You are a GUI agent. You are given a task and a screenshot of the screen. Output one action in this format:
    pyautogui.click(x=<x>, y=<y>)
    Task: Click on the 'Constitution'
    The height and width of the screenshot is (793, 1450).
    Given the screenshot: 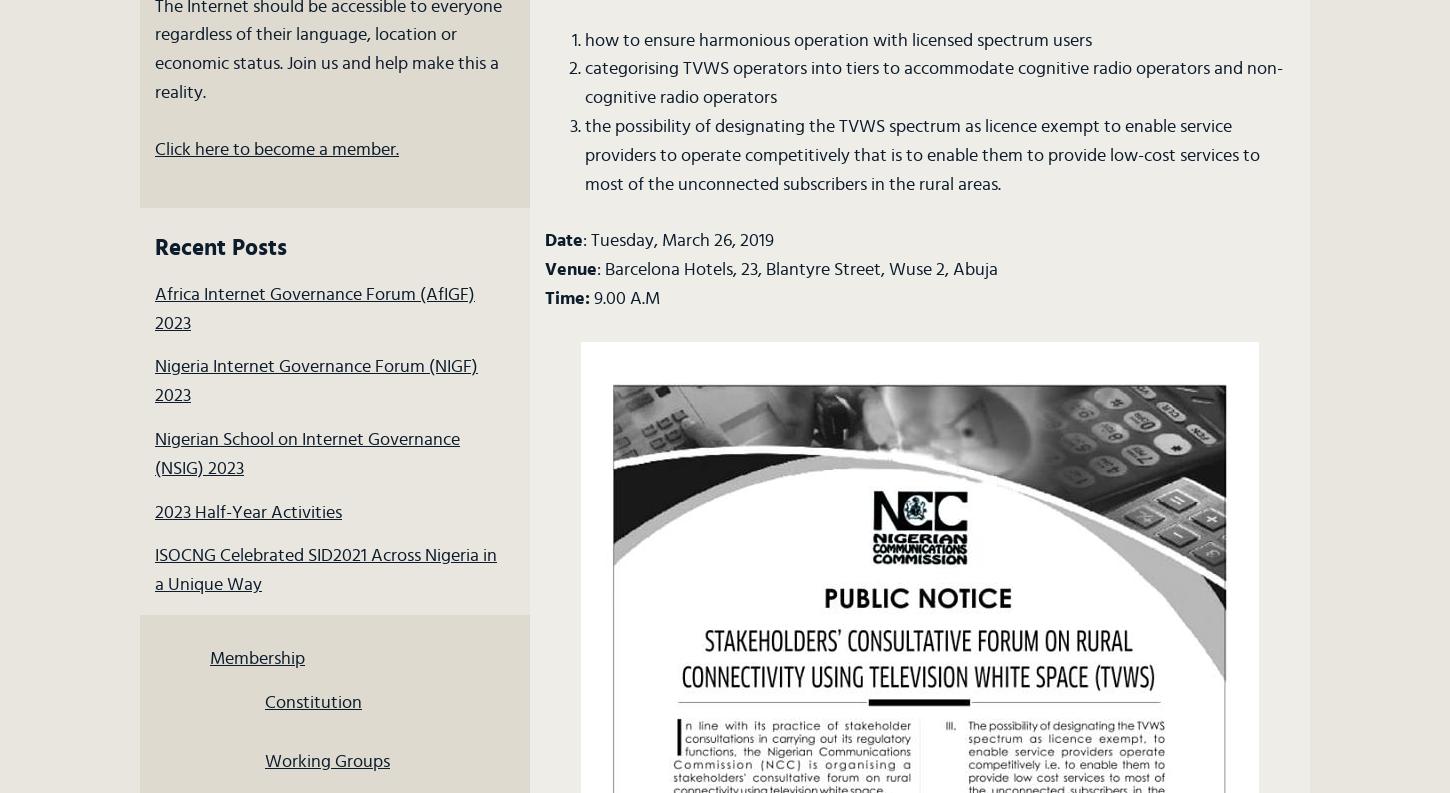 What is the action you would take?
    pyautogui.click(x=265, y=701)
    